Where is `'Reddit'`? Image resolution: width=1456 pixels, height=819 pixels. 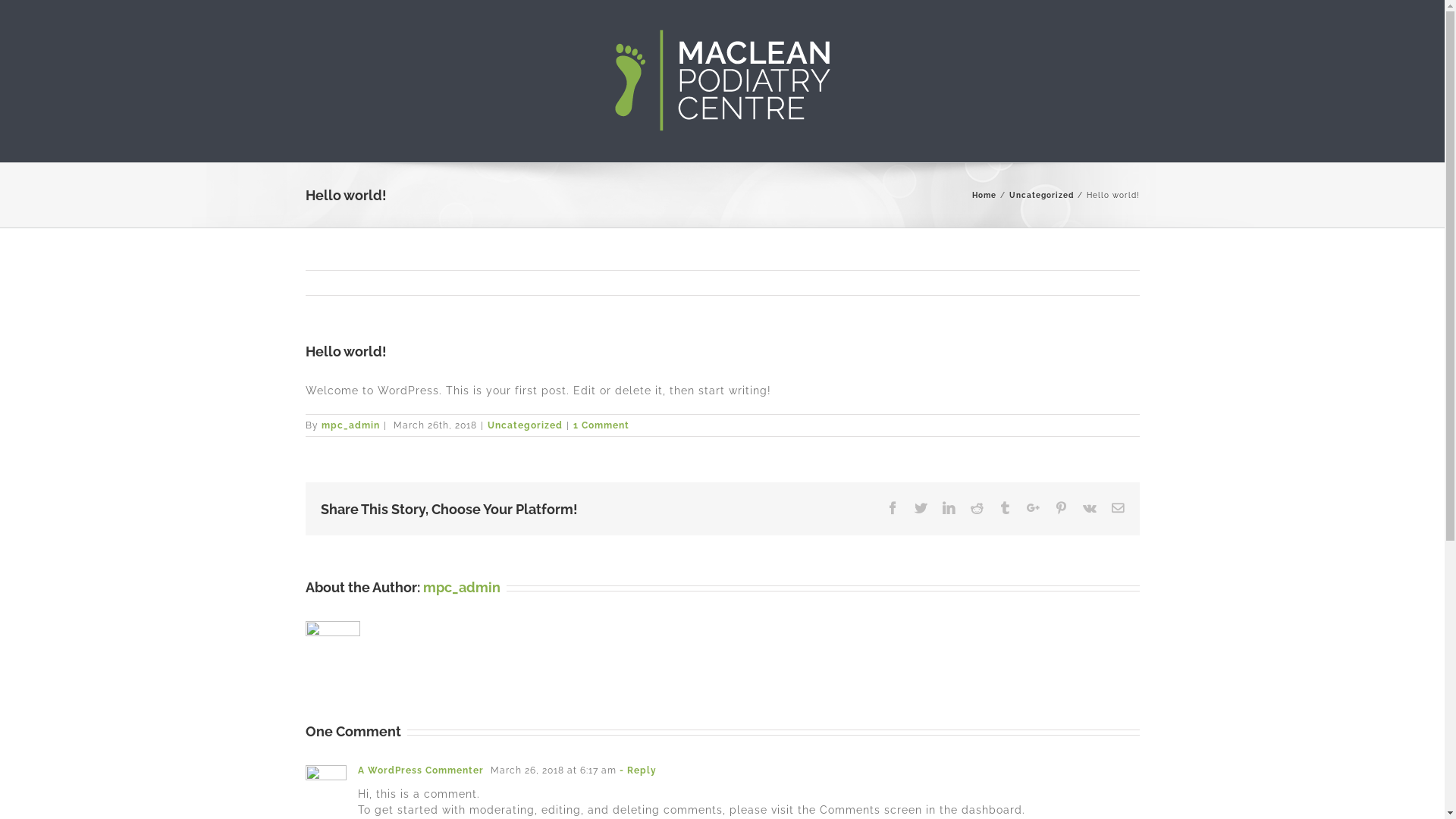
'Reddit' is located at coordinates (977, 508).